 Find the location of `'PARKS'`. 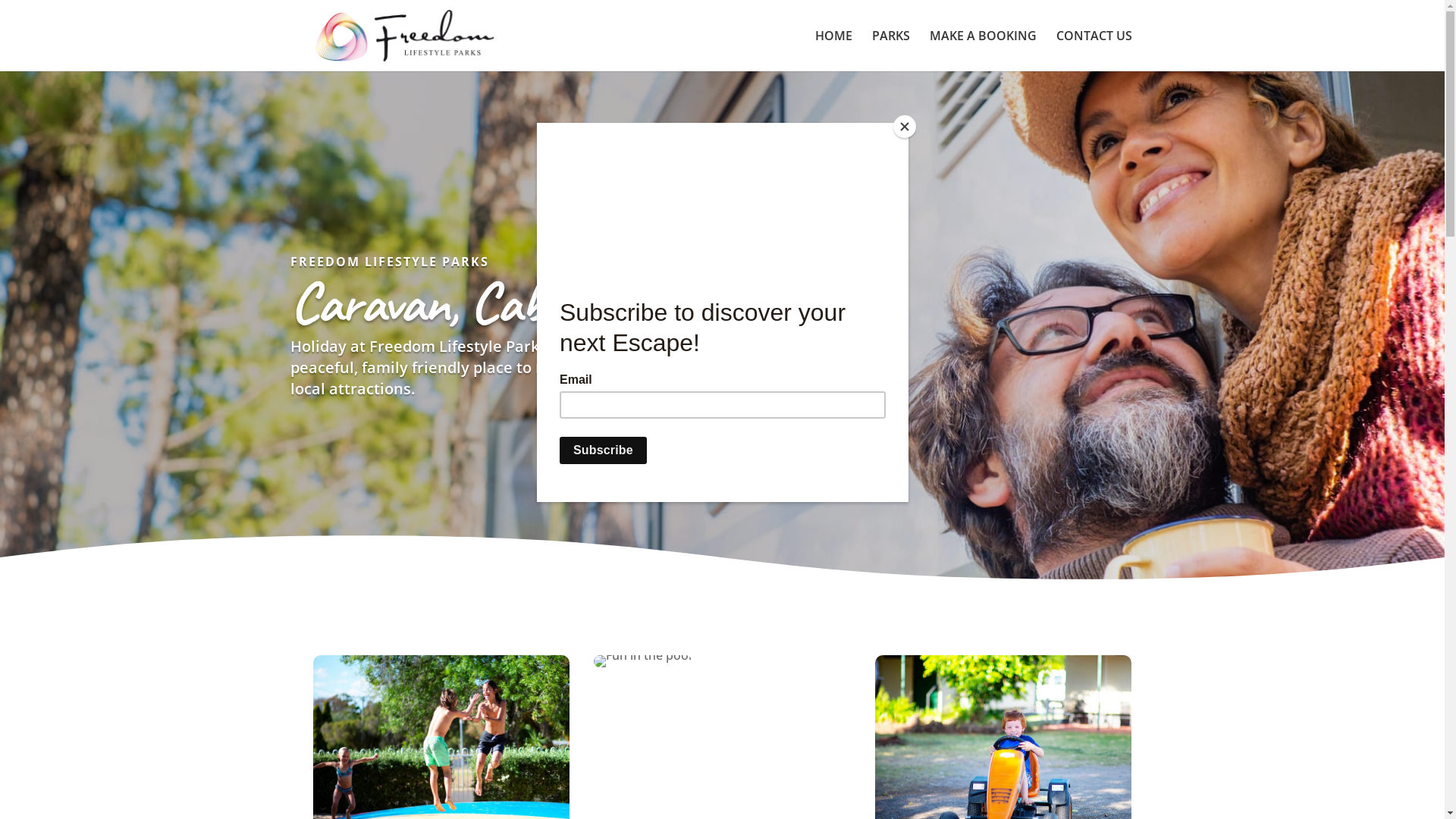

'PARKS' is located at coordinates (872, 49).